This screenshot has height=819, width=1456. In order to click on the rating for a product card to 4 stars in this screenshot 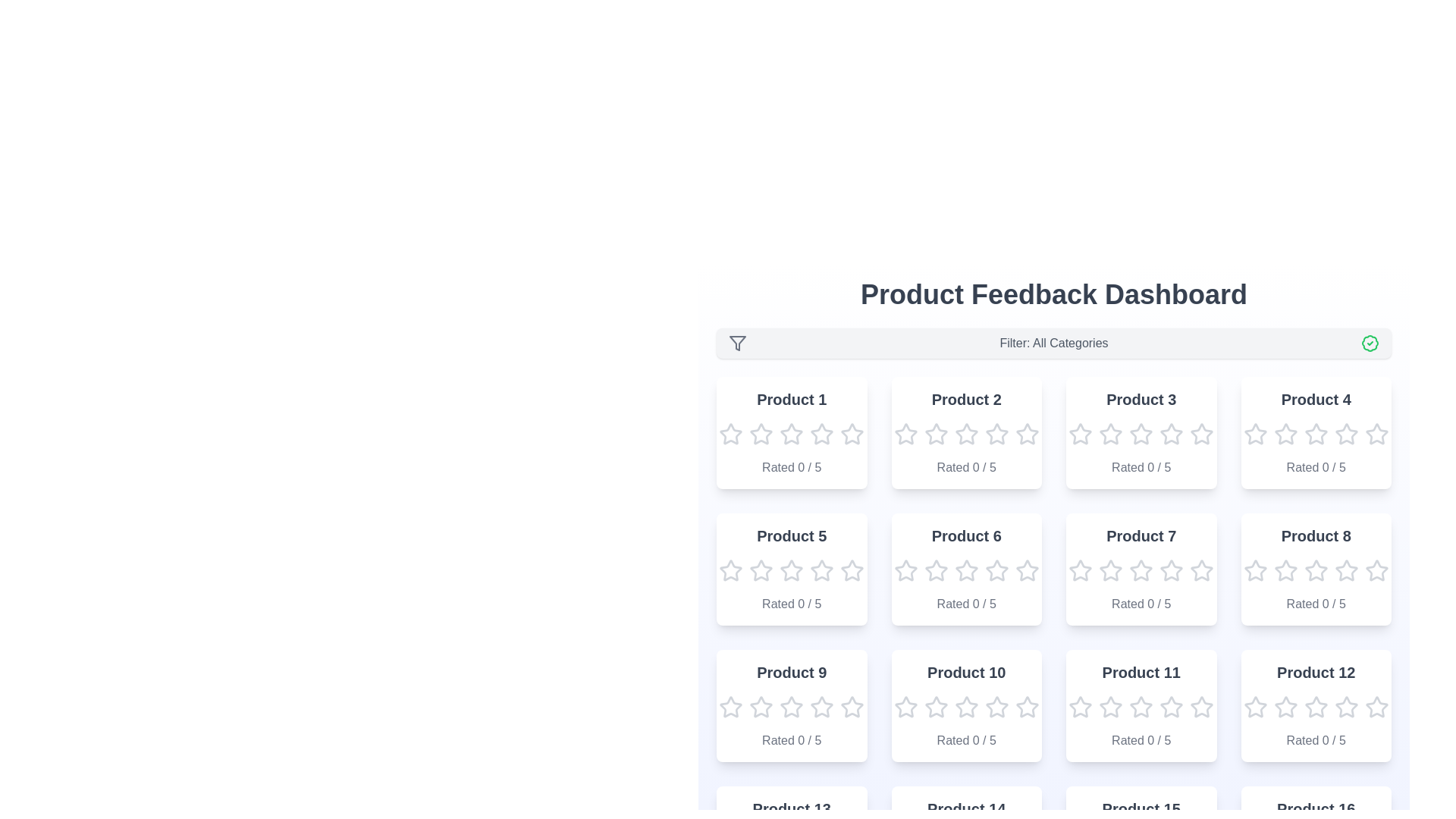, I will do `click(821, 435)`.